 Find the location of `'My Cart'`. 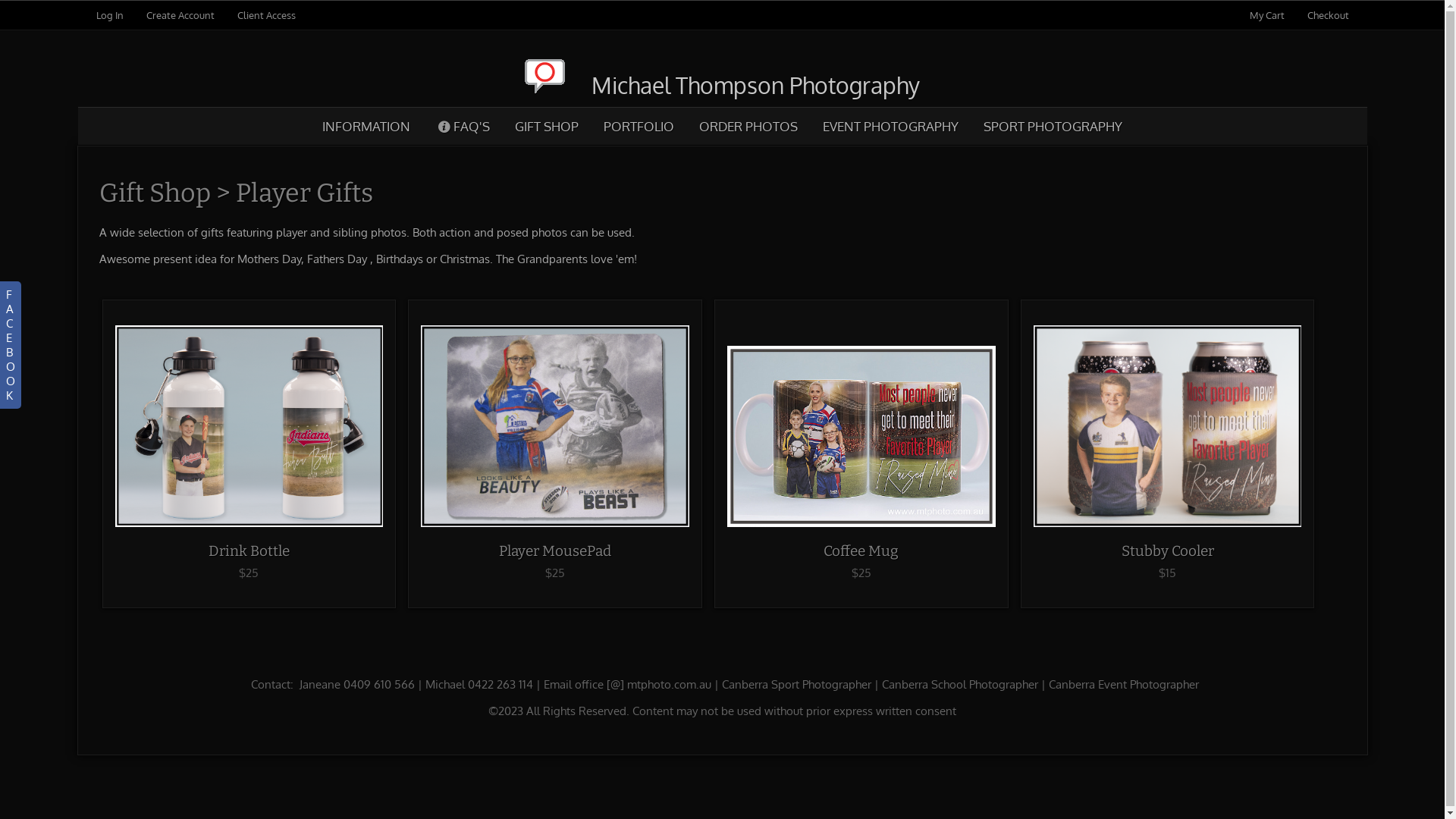

'My Cart' is located at coordinates (1268, 14).